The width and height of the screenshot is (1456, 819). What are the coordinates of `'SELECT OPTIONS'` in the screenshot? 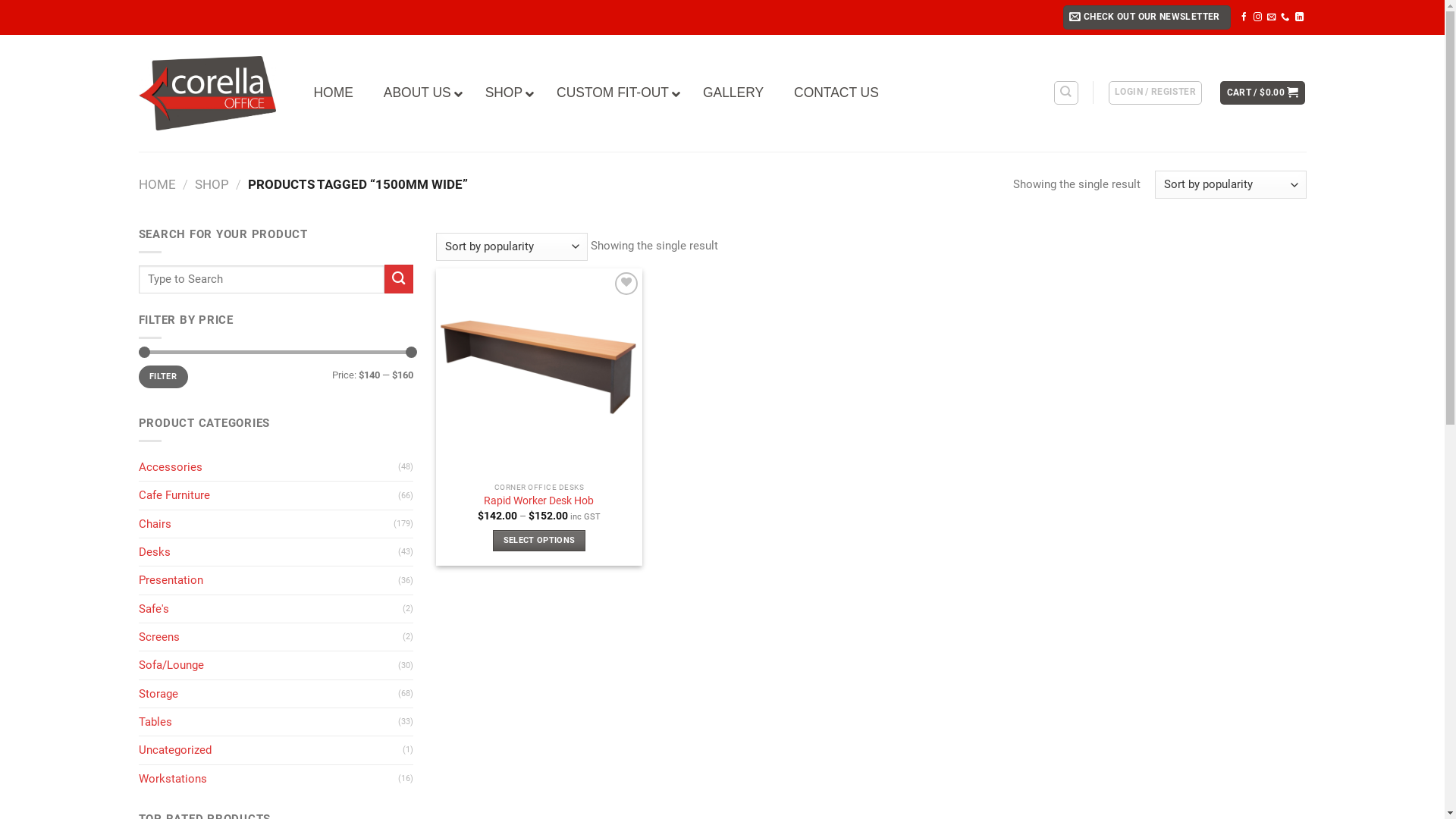 It's located at (539, 540).